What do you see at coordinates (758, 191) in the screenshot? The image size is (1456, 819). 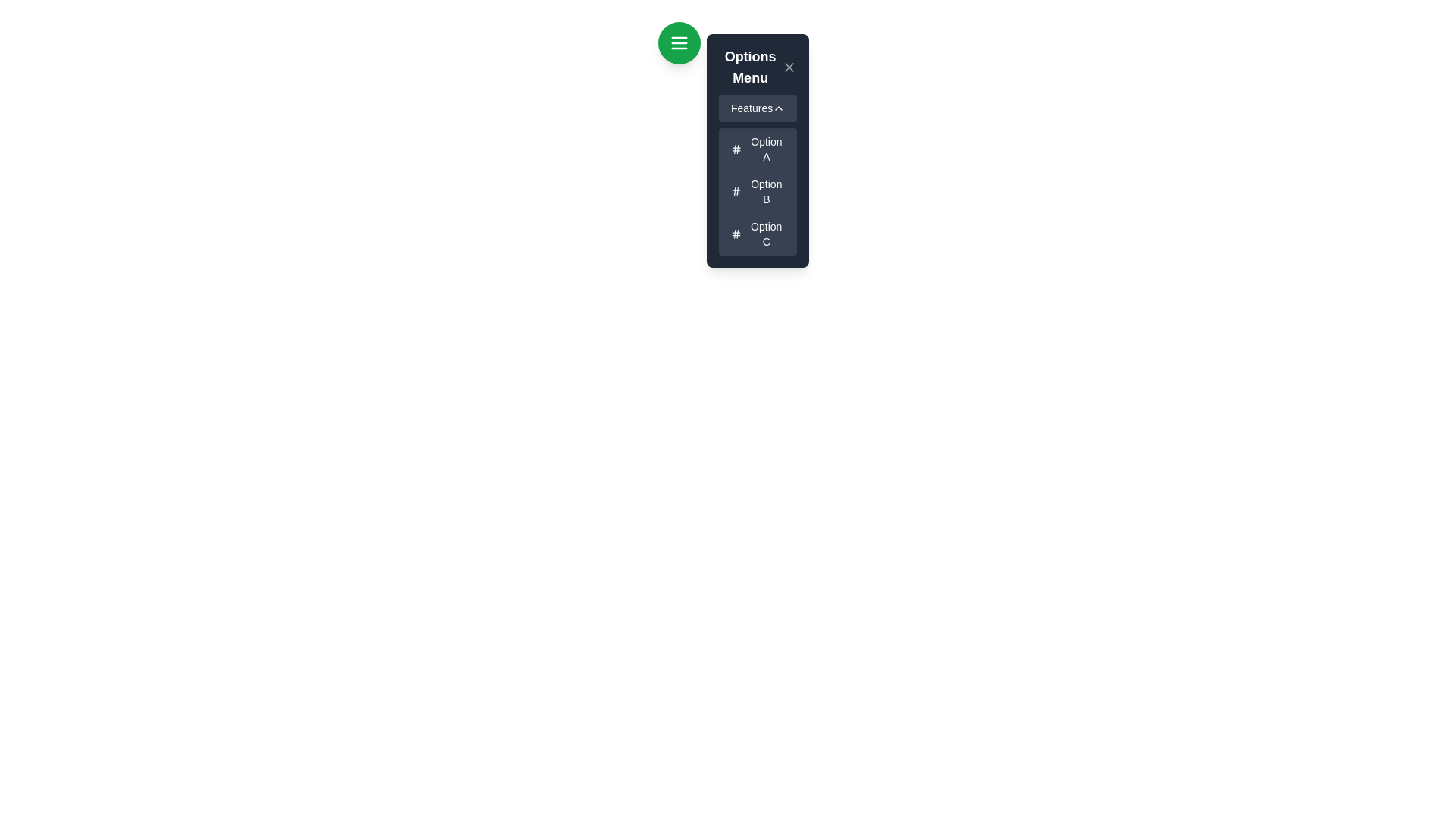 I see `the hyperlink that navigates to 'https://example.com/item2' located in the vertical menu under the 'Features' section, positioned second from the top` at bounding box center [758, 191].